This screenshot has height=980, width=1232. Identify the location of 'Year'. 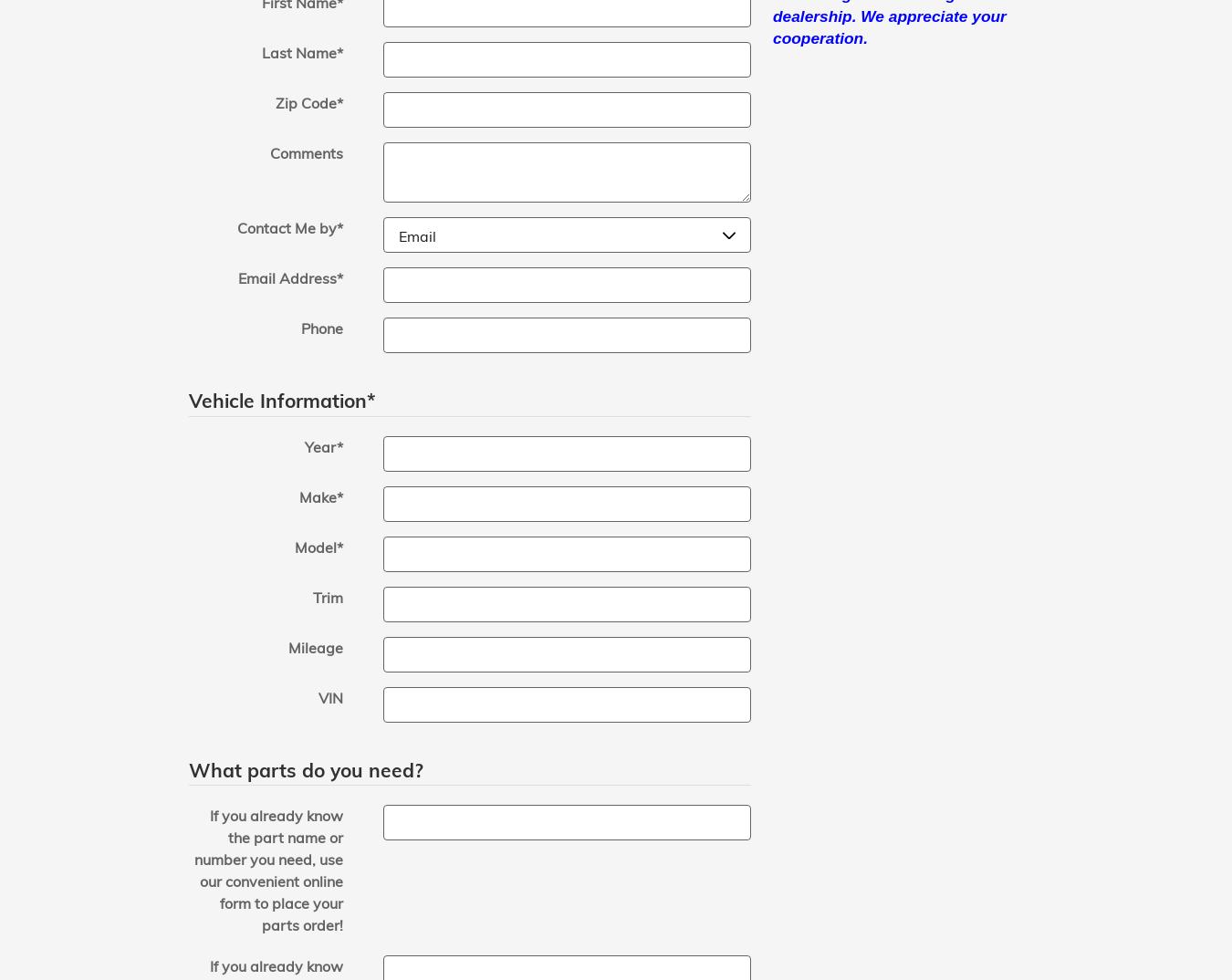
(320, 445).